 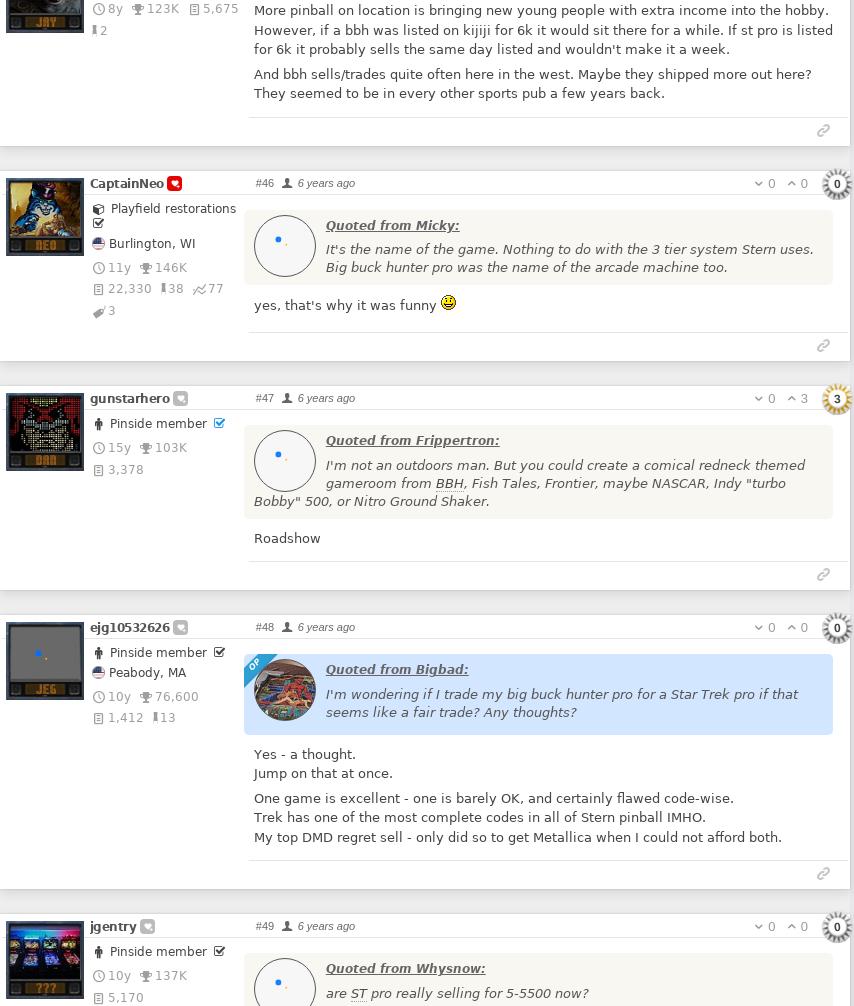 I want to click on '#46', so click(x=263, y=181).